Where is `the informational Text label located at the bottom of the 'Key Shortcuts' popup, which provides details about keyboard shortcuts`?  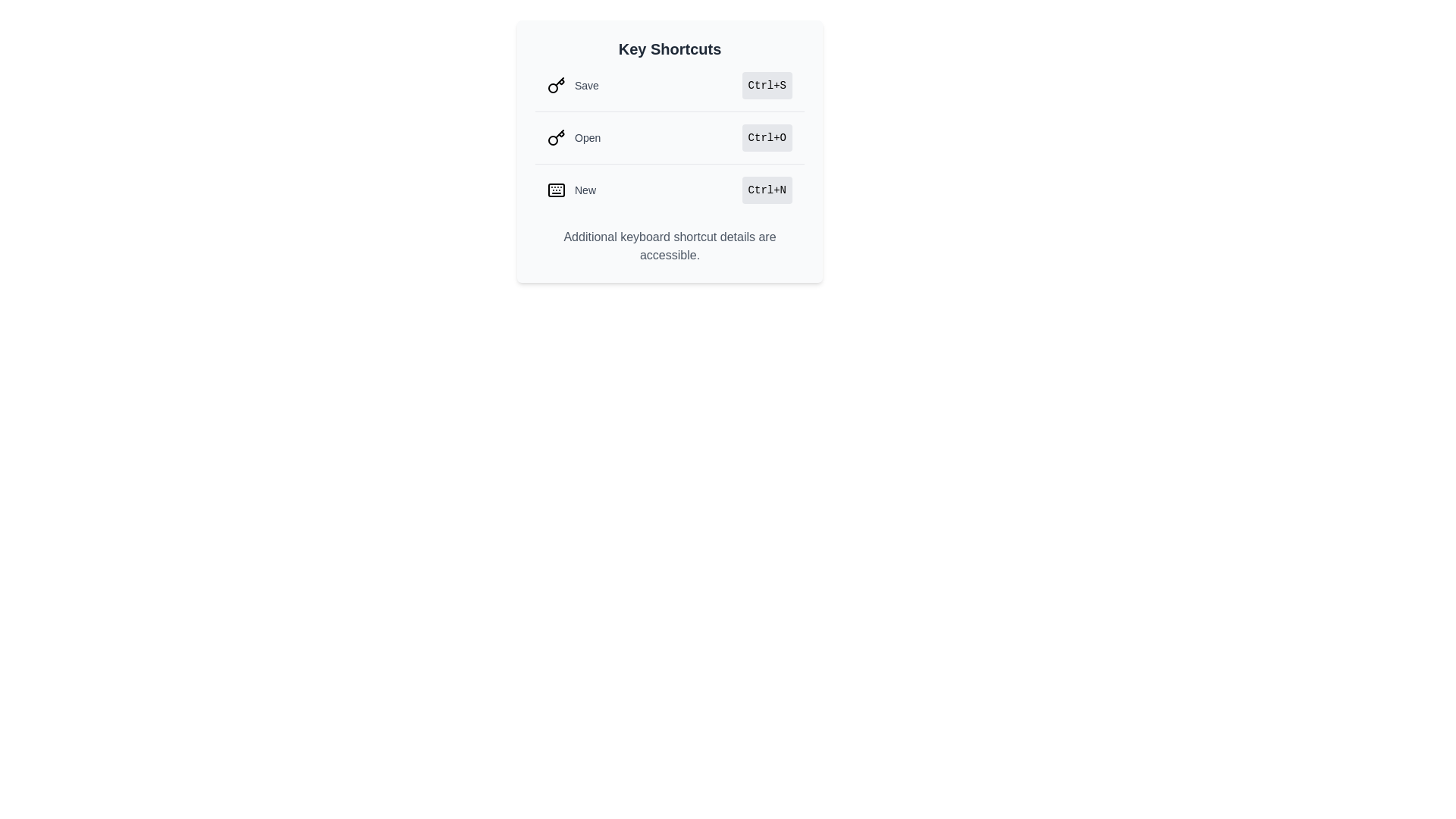 the informational Text label located at the bottom of the 'Key Shortcuts' popup, which provides details about keyboard shortcuts is located at coordinates (669, 245).